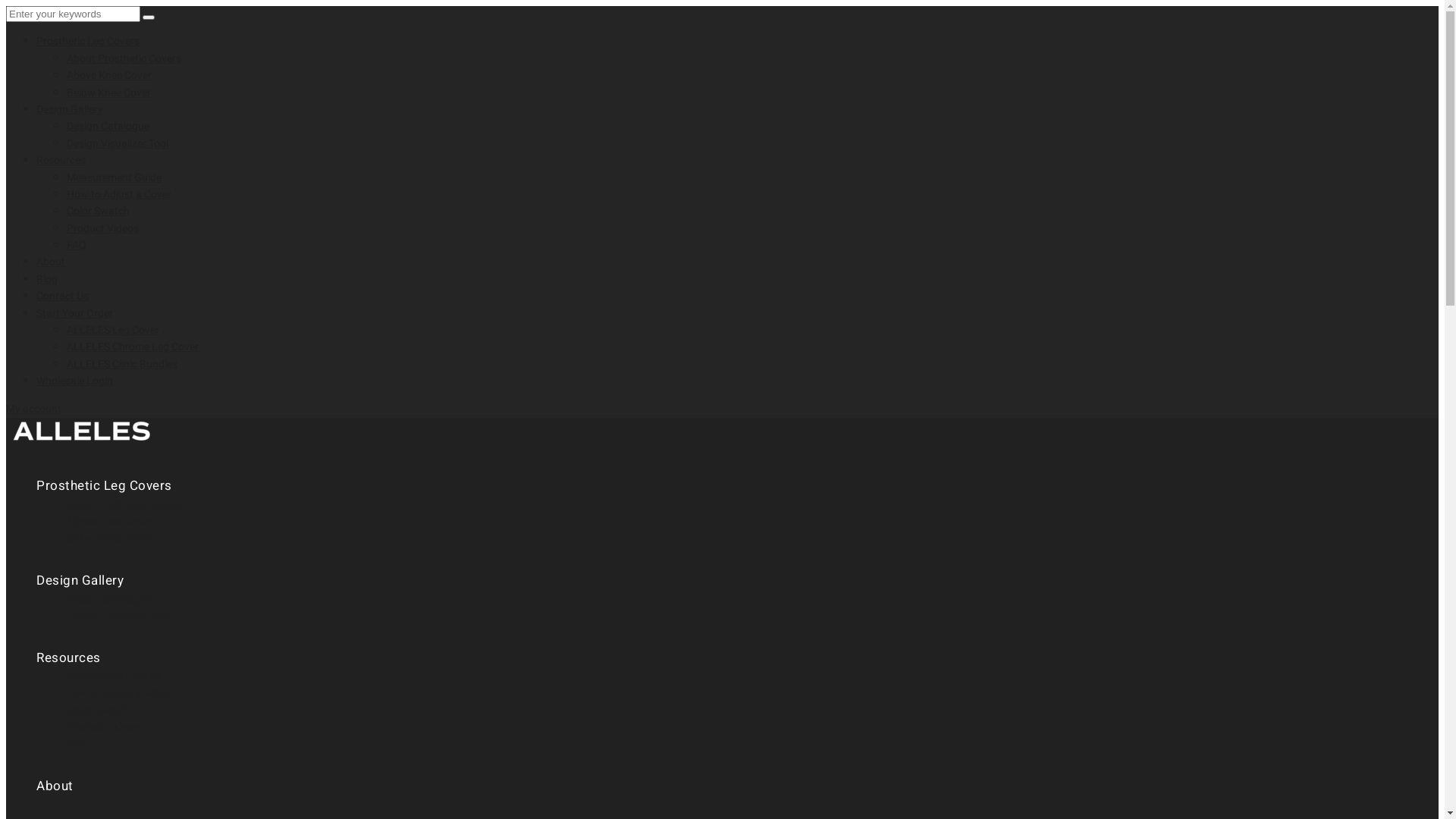  What do you see at coordinates (116, 143) in the screenshot?
I see `'Design Visualizer Tool'` at bounding box center [116, 143].